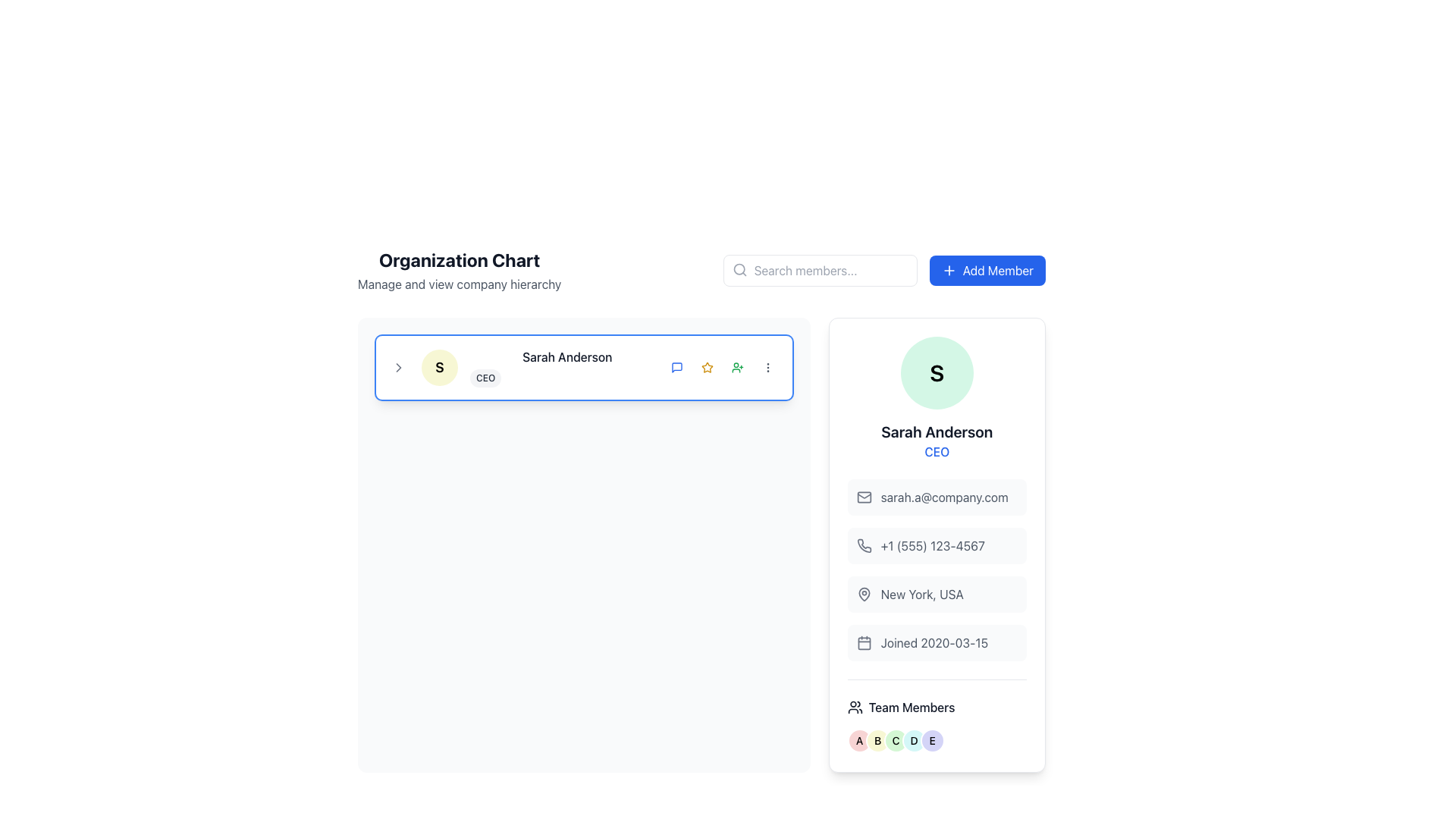  What do you see at coordinates (864, 643) in the screenshot?
I see `the date icon located to the left of the 'Joined 2020-03-15' text` at bounding box center [864, 643].